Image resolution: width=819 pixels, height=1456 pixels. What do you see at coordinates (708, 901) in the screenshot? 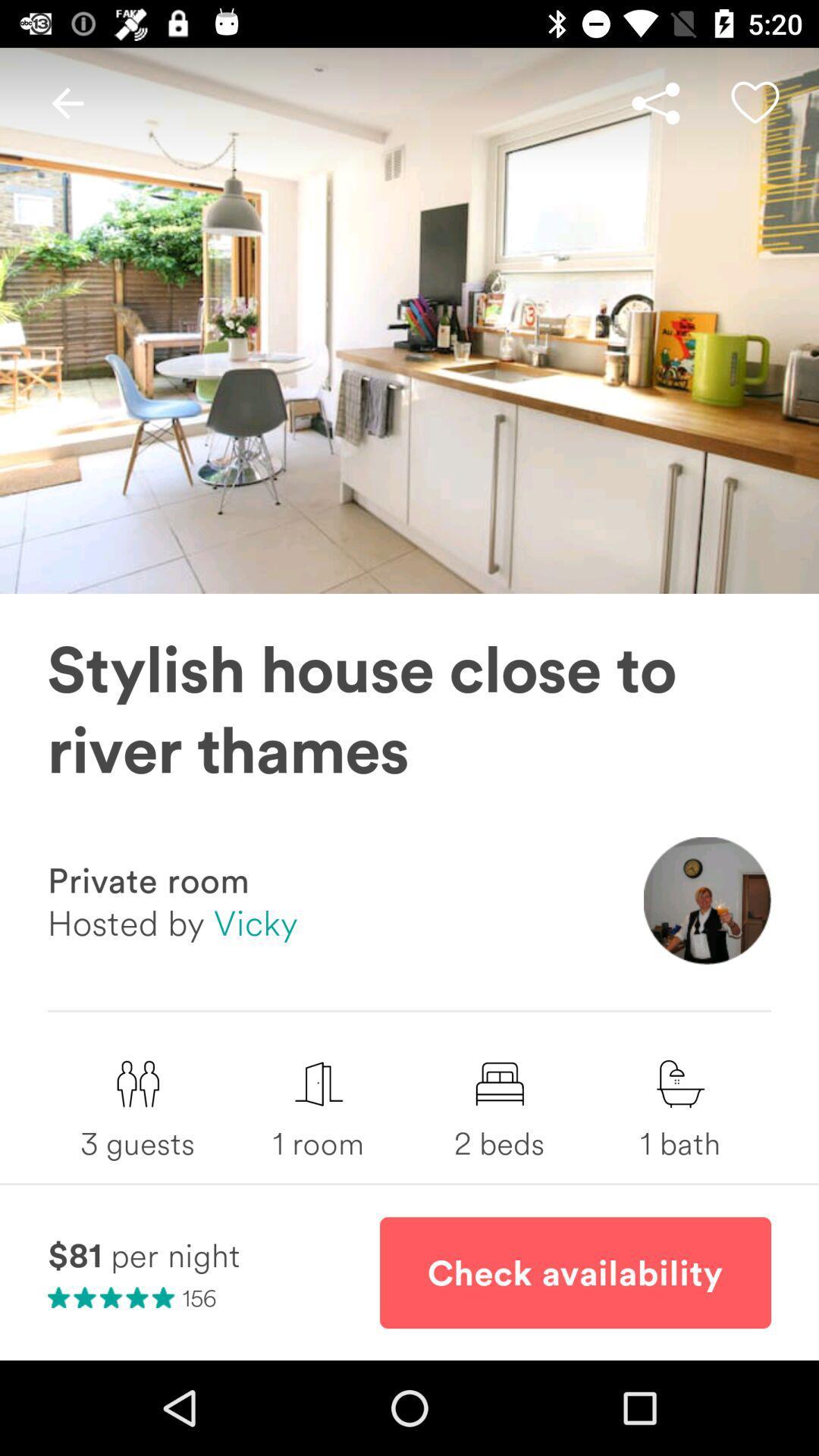
I see `icon below stylish house close item` at bounding box center [708, 901].